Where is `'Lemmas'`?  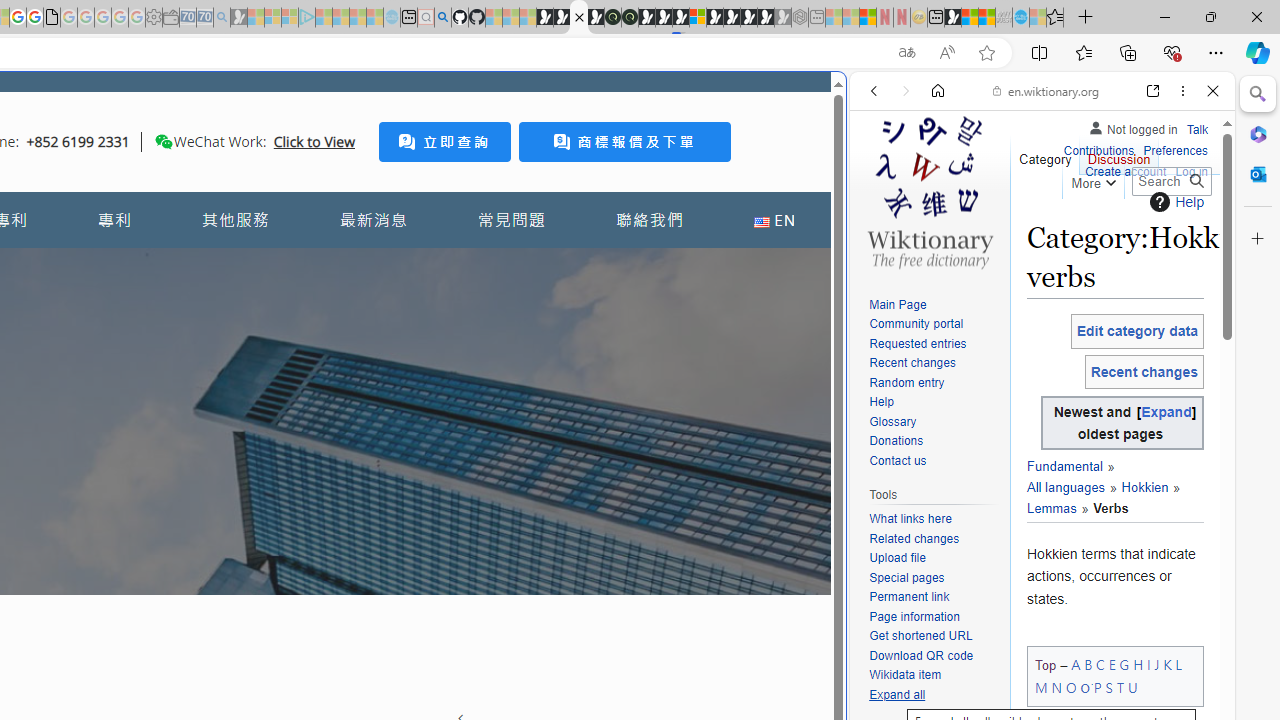
'Lemmas' is located at coordinates (1050, 506).